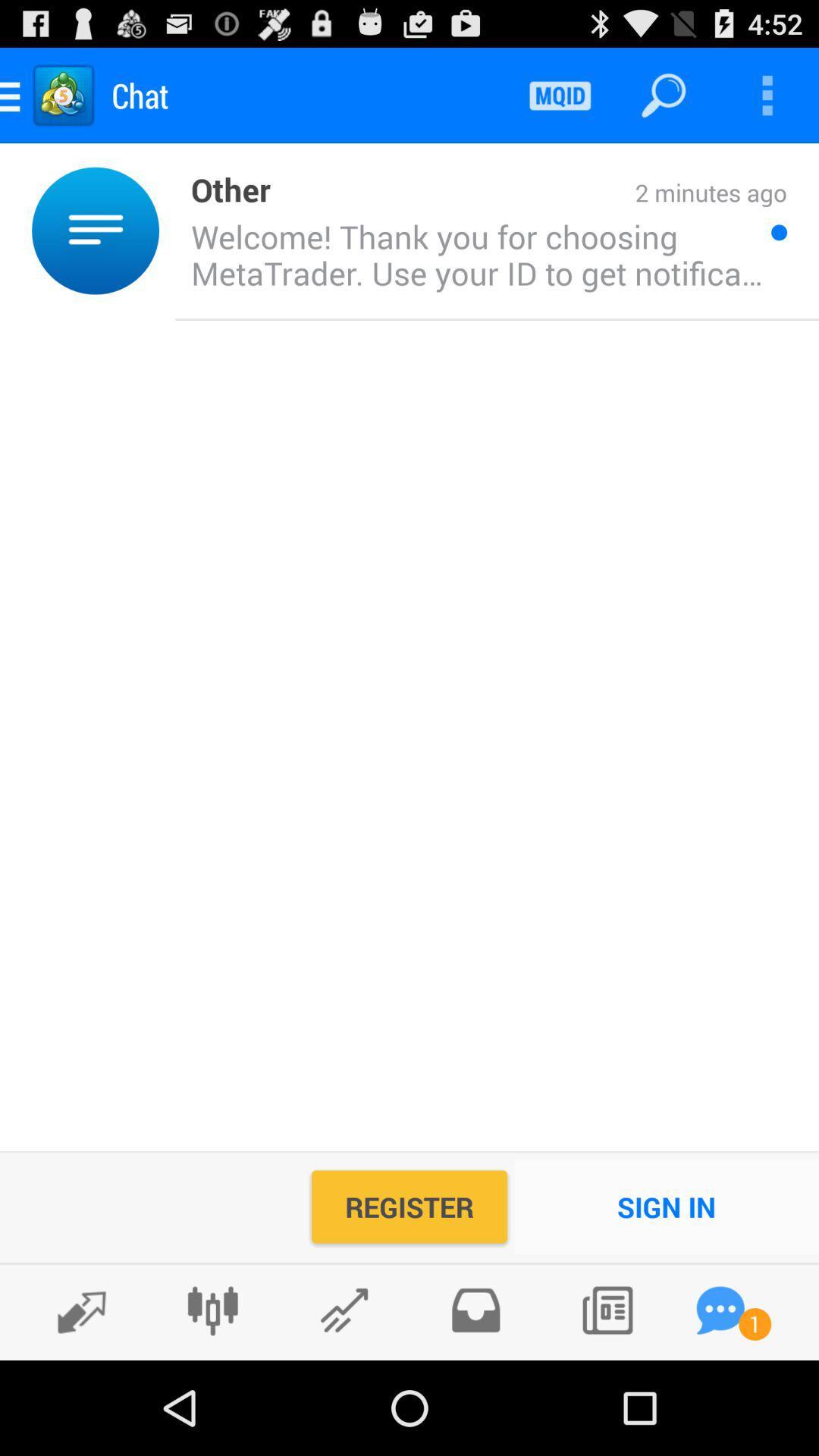 This screenshot has height=1456, width=819. What do you see at coordinates (475, 1310) in the screenshot?
I see `history` at bounding box center [475, 1310].